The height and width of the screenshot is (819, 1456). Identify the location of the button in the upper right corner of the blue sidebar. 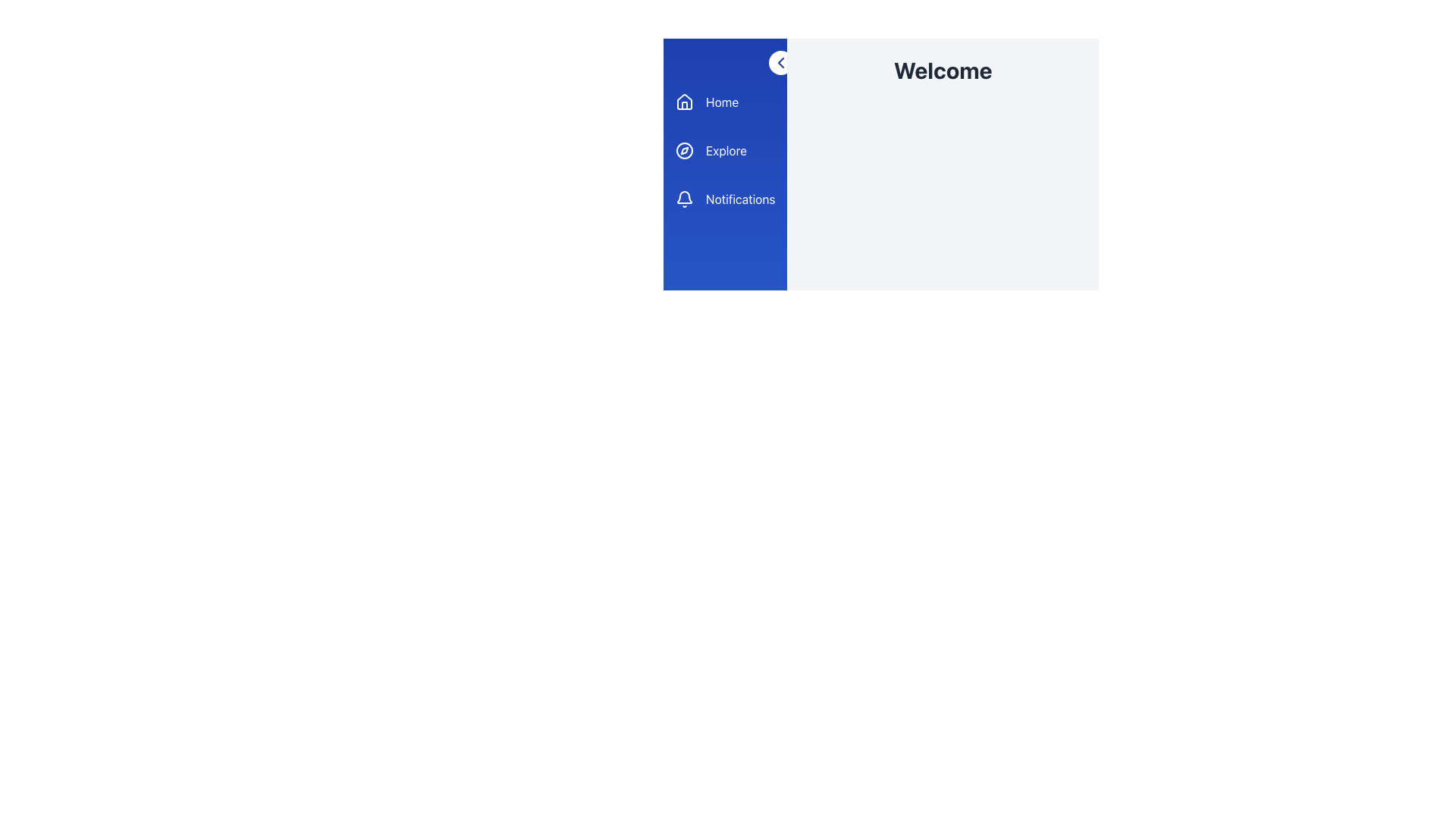
(781, 62).